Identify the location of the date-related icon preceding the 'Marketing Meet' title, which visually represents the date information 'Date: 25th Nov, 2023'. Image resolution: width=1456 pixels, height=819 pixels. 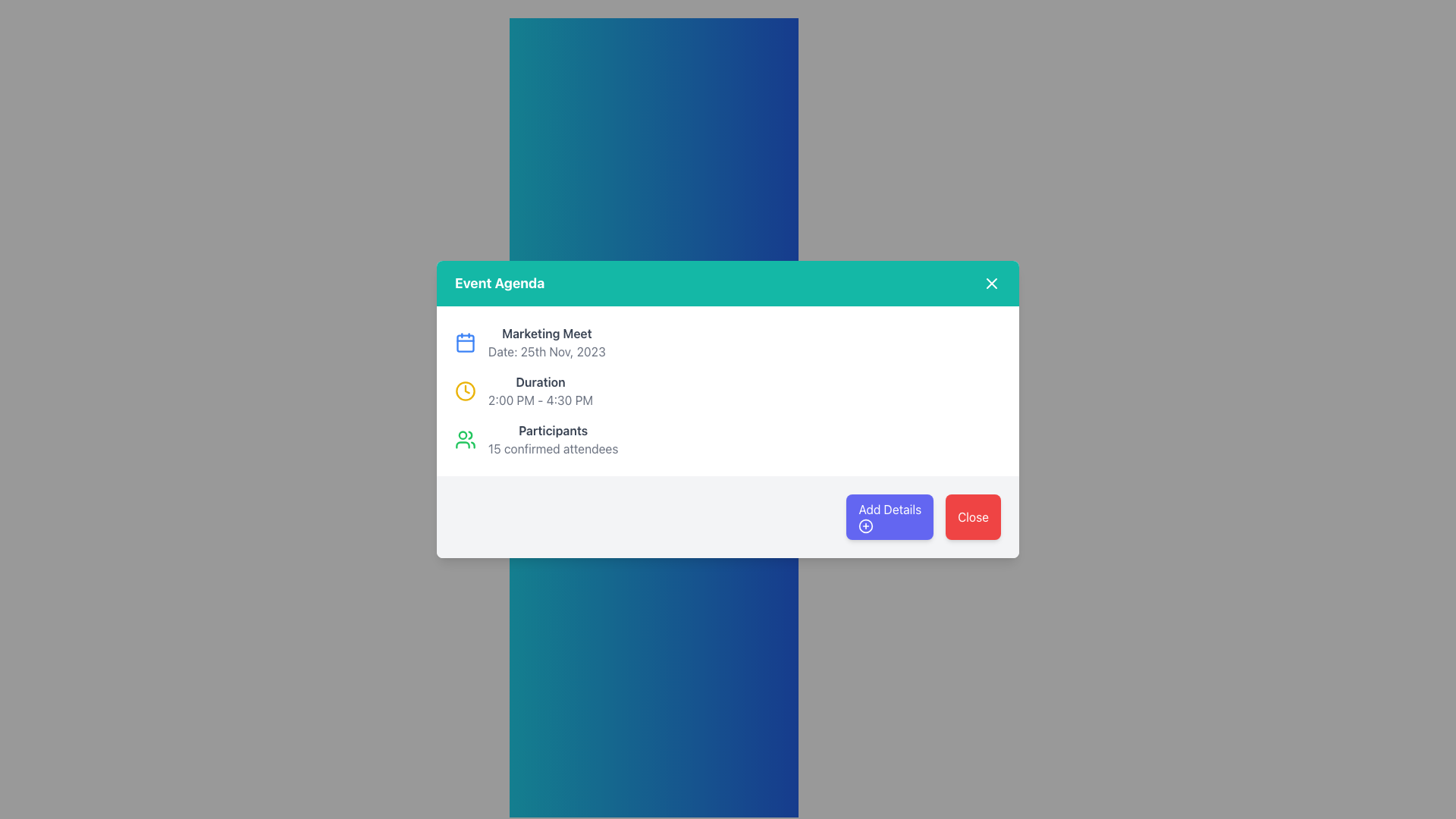
(465, 342).